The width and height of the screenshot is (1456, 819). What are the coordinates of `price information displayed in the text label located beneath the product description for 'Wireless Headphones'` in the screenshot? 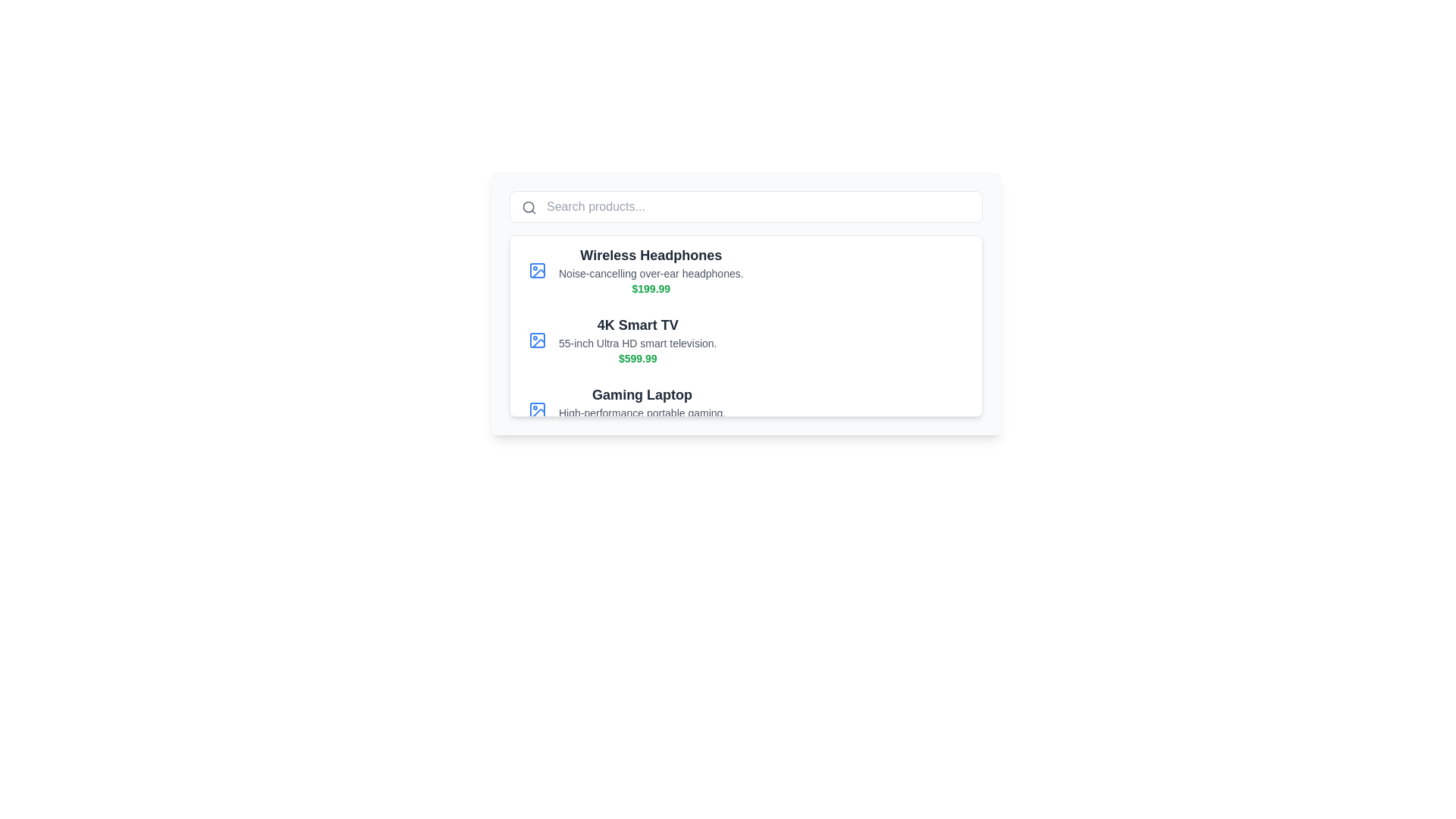 It's located at (651, 289).